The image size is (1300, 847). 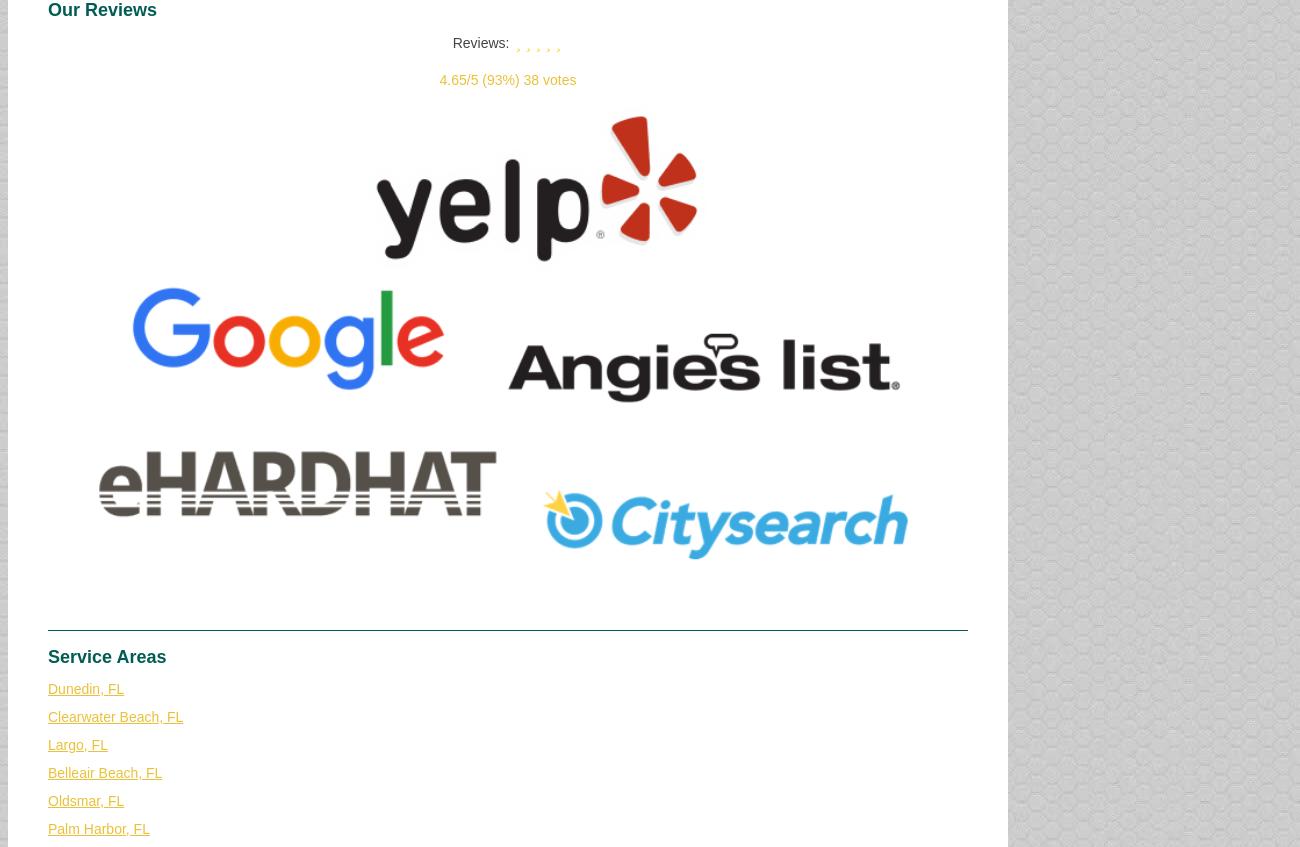 I want to click on '4.65', so click(x=451, y=80).